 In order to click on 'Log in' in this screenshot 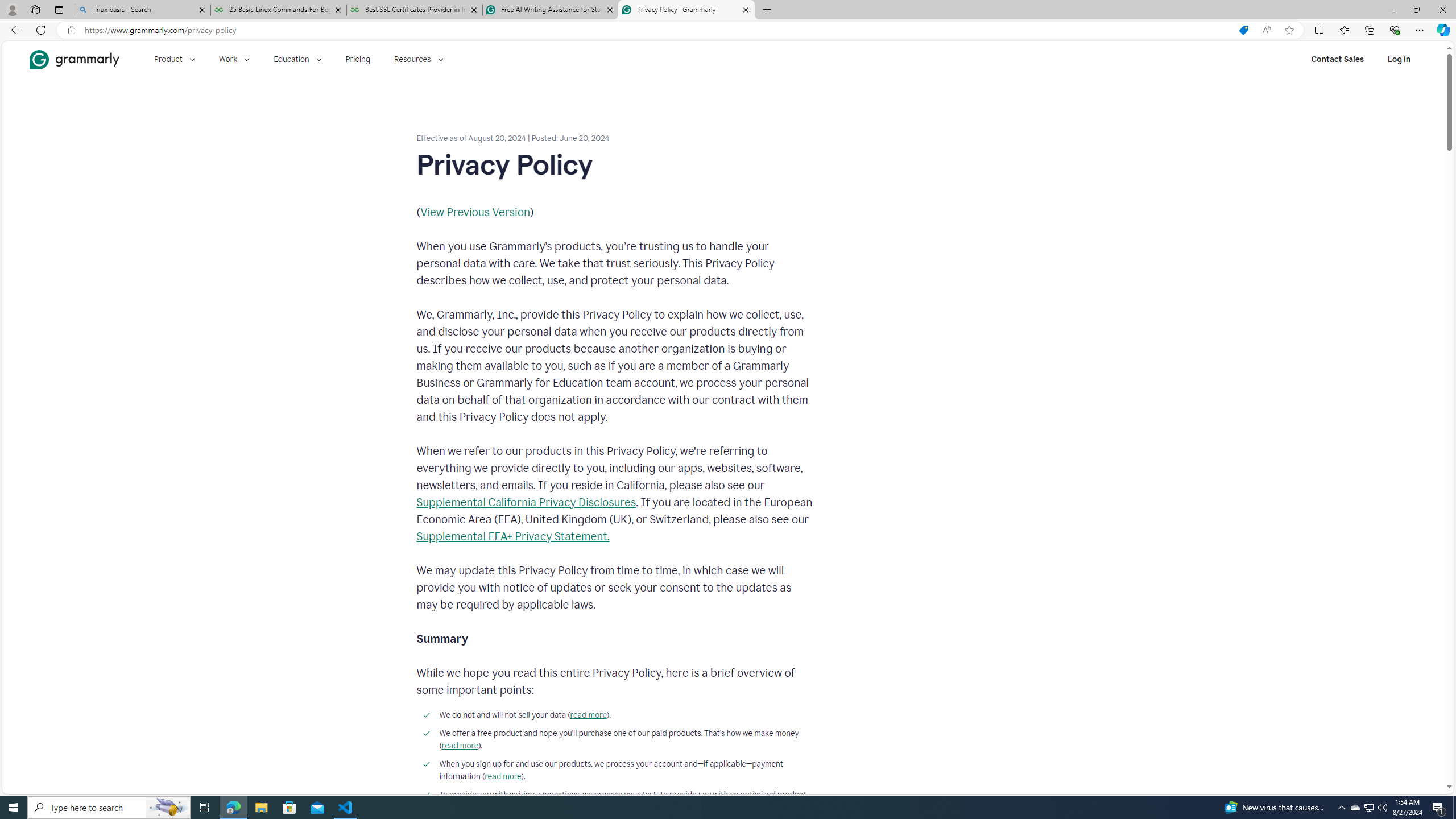, I will do `click(1399, 59)`.